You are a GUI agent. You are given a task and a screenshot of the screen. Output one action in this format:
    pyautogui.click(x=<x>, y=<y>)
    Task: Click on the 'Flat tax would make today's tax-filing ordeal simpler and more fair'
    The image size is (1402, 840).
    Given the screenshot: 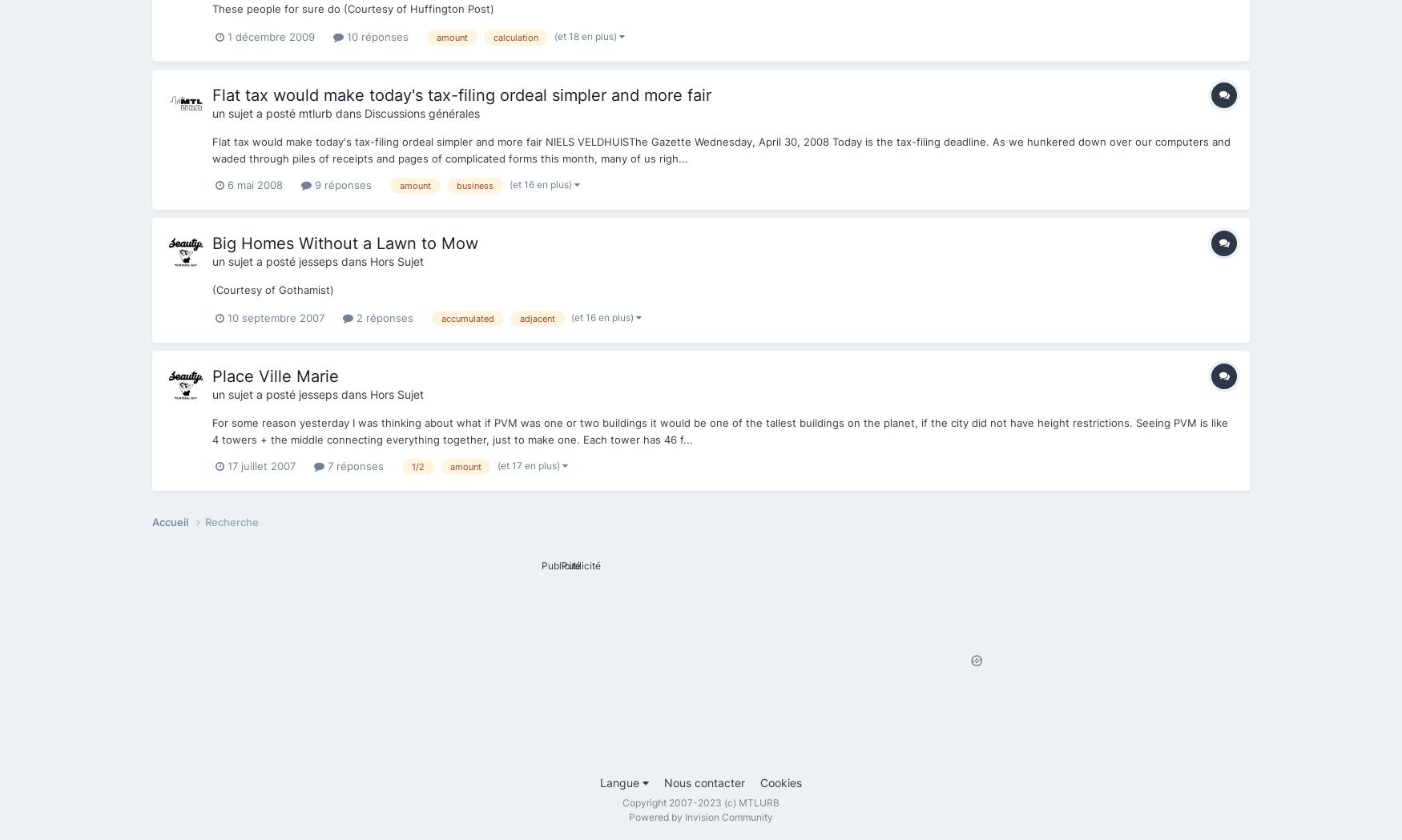 What is the action you would take?
    pyautogui.click(x=211, y=94)
    